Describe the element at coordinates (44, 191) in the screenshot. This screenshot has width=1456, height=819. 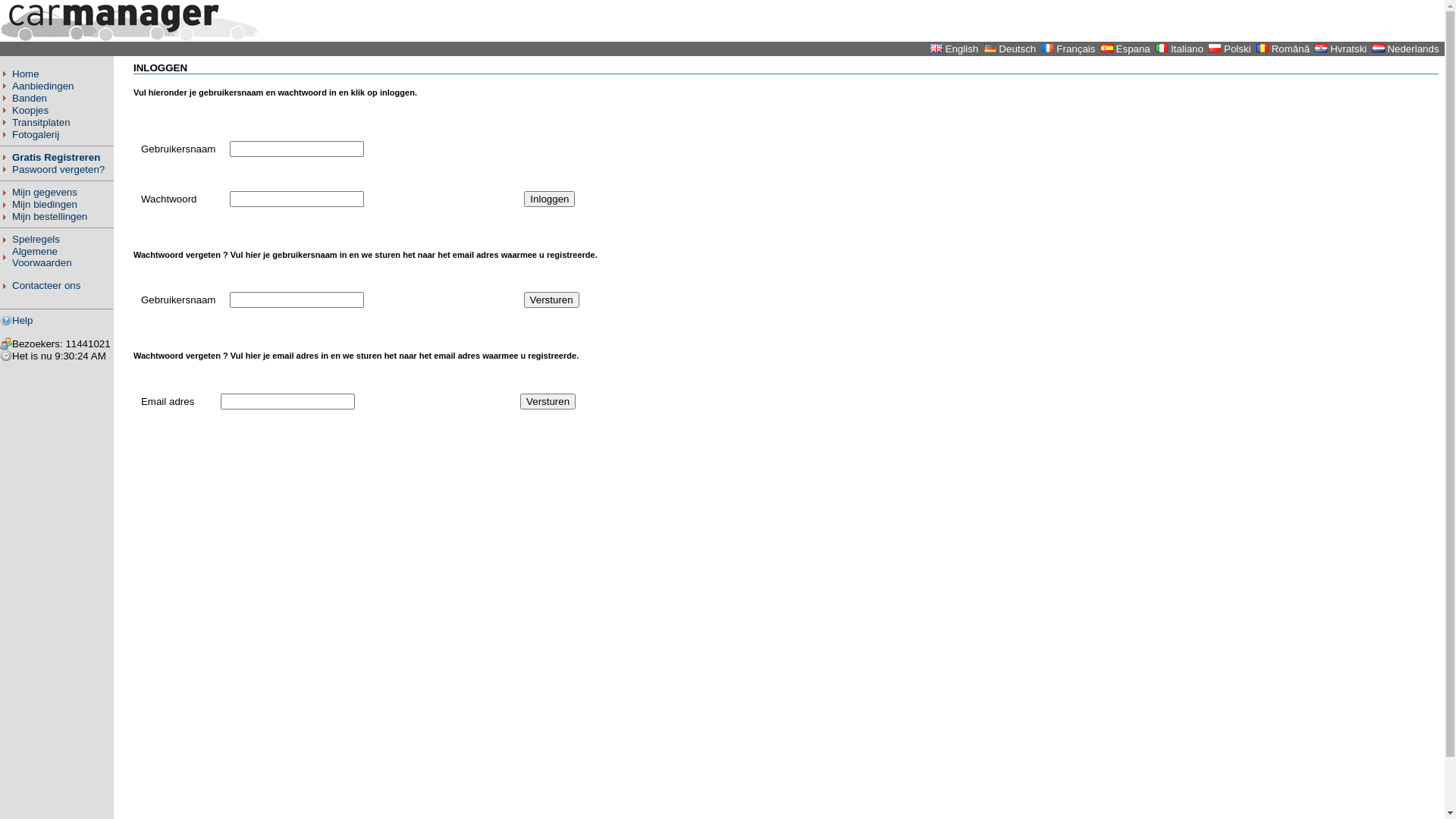
I see `'Mijn gegevens'` at that location.